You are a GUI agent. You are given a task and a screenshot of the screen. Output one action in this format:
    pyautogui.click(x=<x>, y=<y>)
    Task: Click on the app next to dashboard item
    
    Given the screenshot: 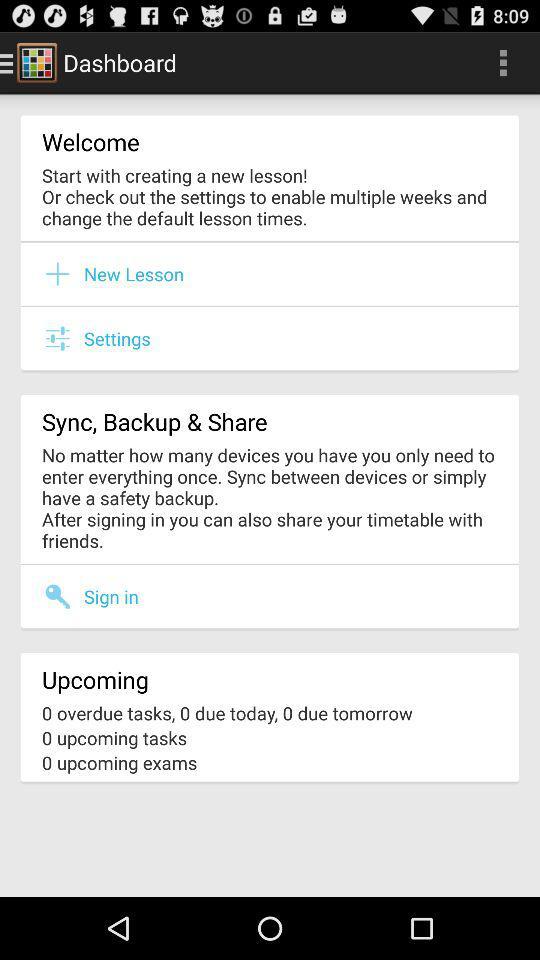 What is the action you would take?
    pyautogui.click(x=502, y=62)
    